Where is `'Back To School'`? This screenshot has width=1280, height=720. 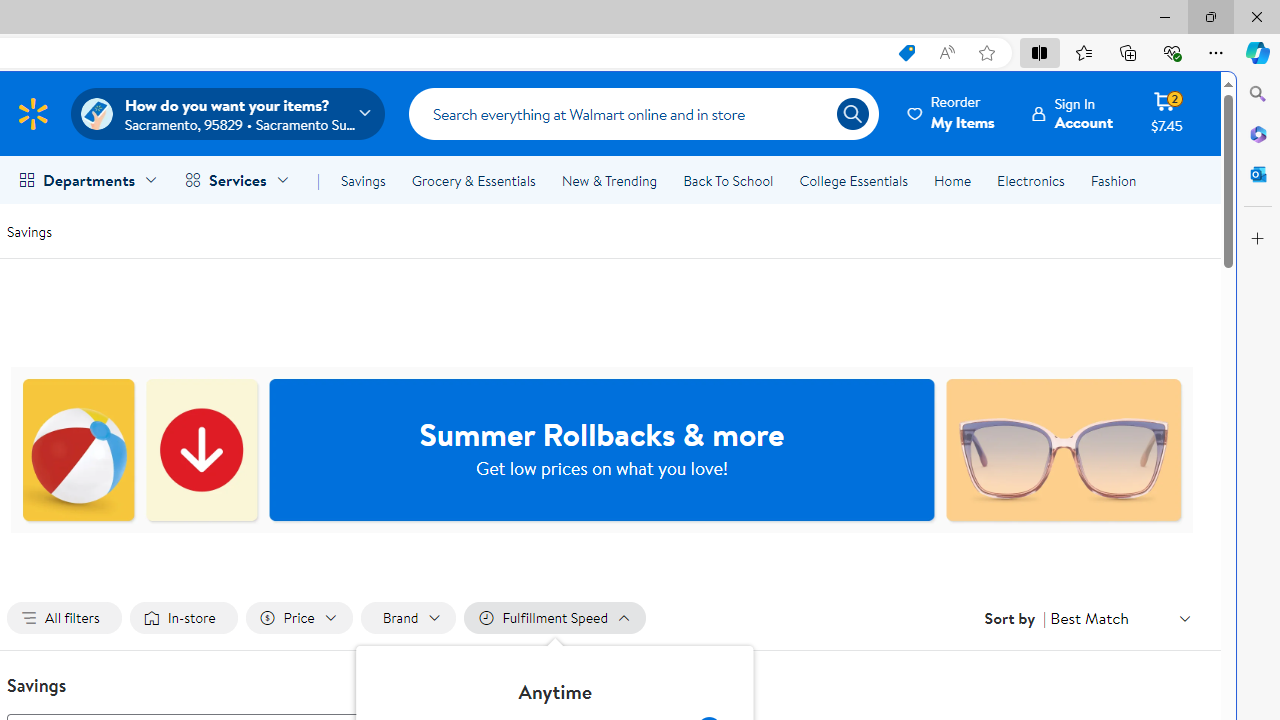 'Back To School' is located at coordinates (727, 181).